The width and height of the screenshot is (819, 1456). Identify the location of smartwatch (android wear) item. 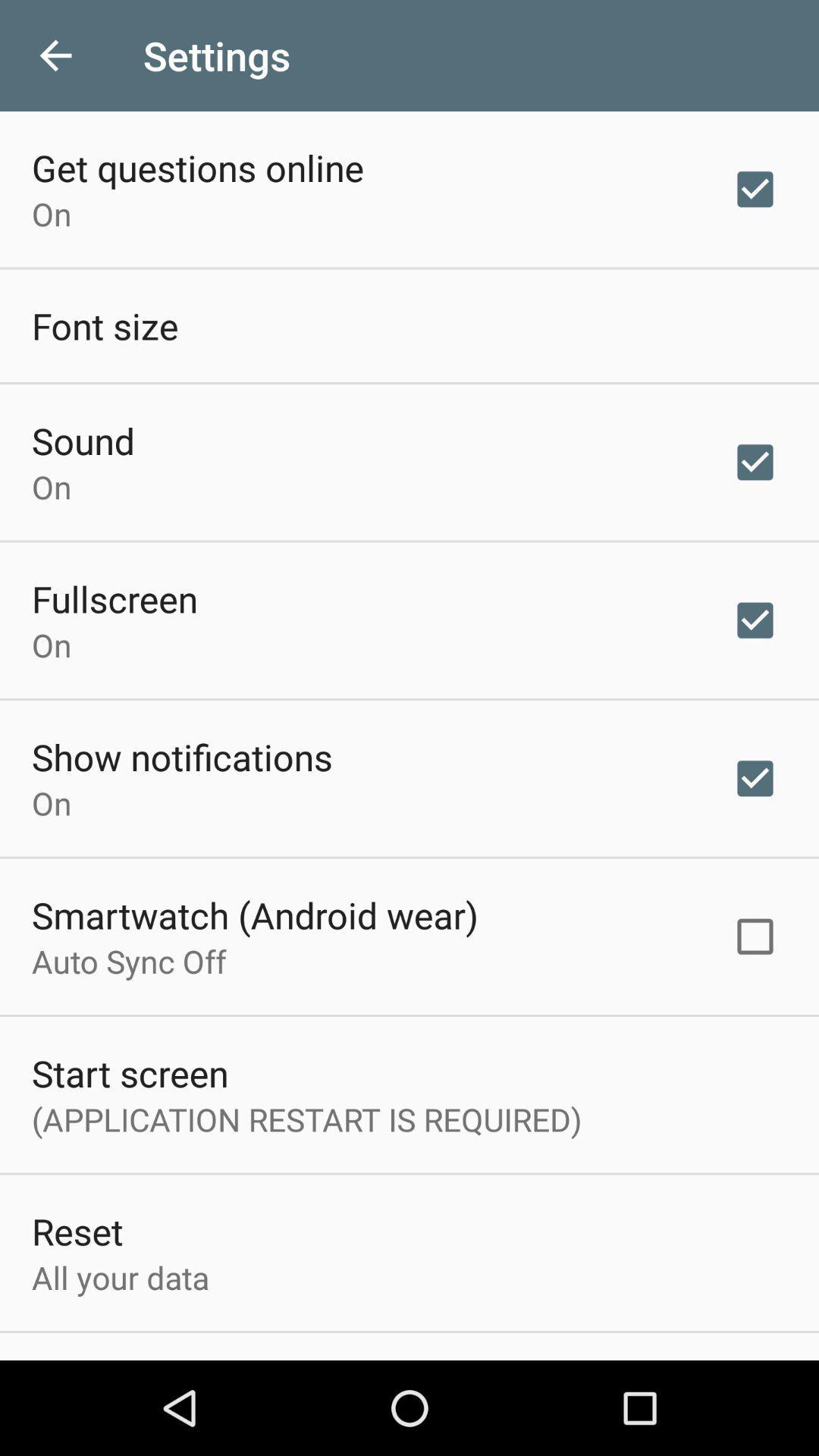
(254, 914).